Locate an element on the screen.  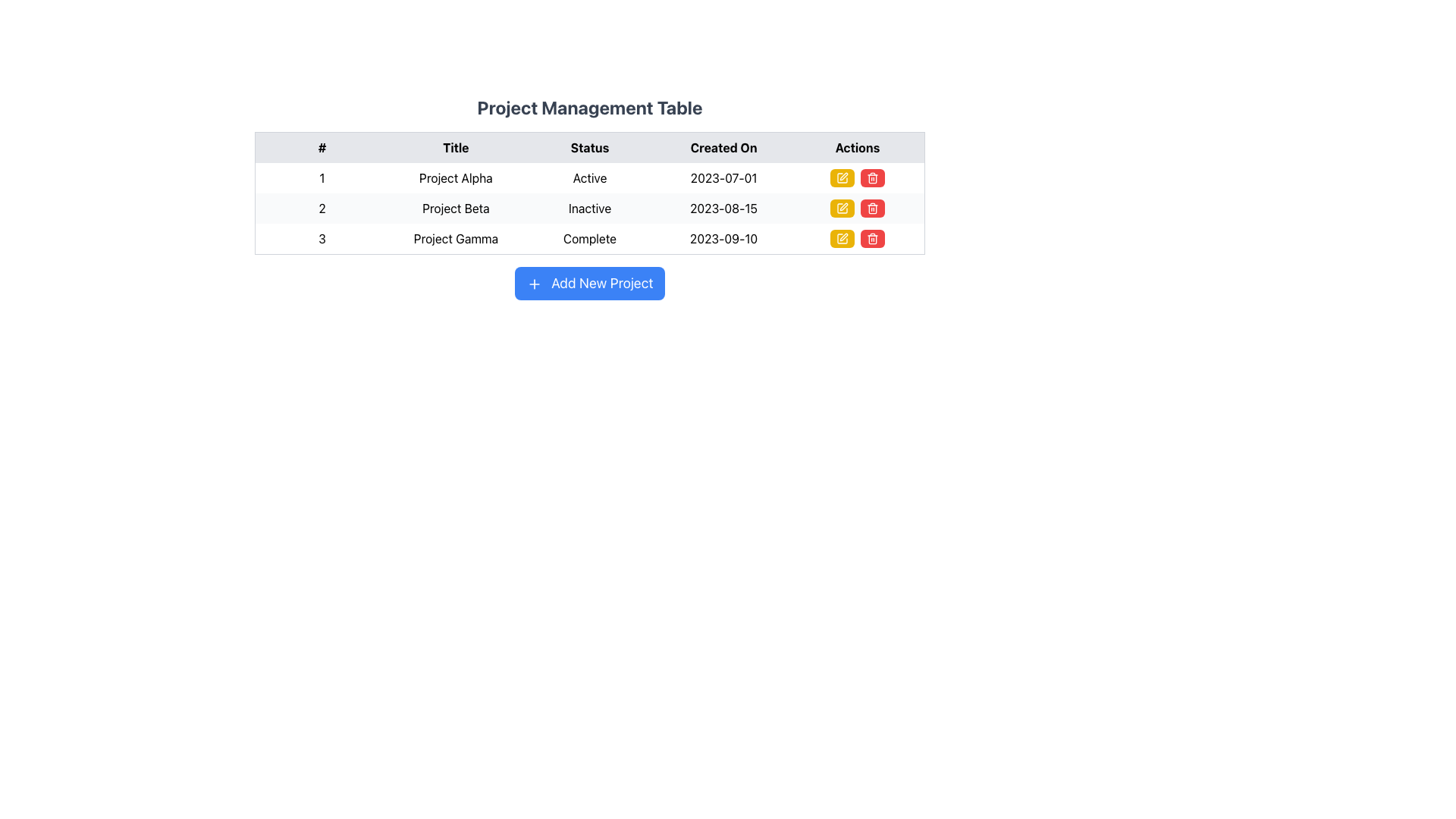
the static text element displaying '2023-09-10' which is located in the third row of the table under the 'Created On' column is located at coordinates (723, 239).